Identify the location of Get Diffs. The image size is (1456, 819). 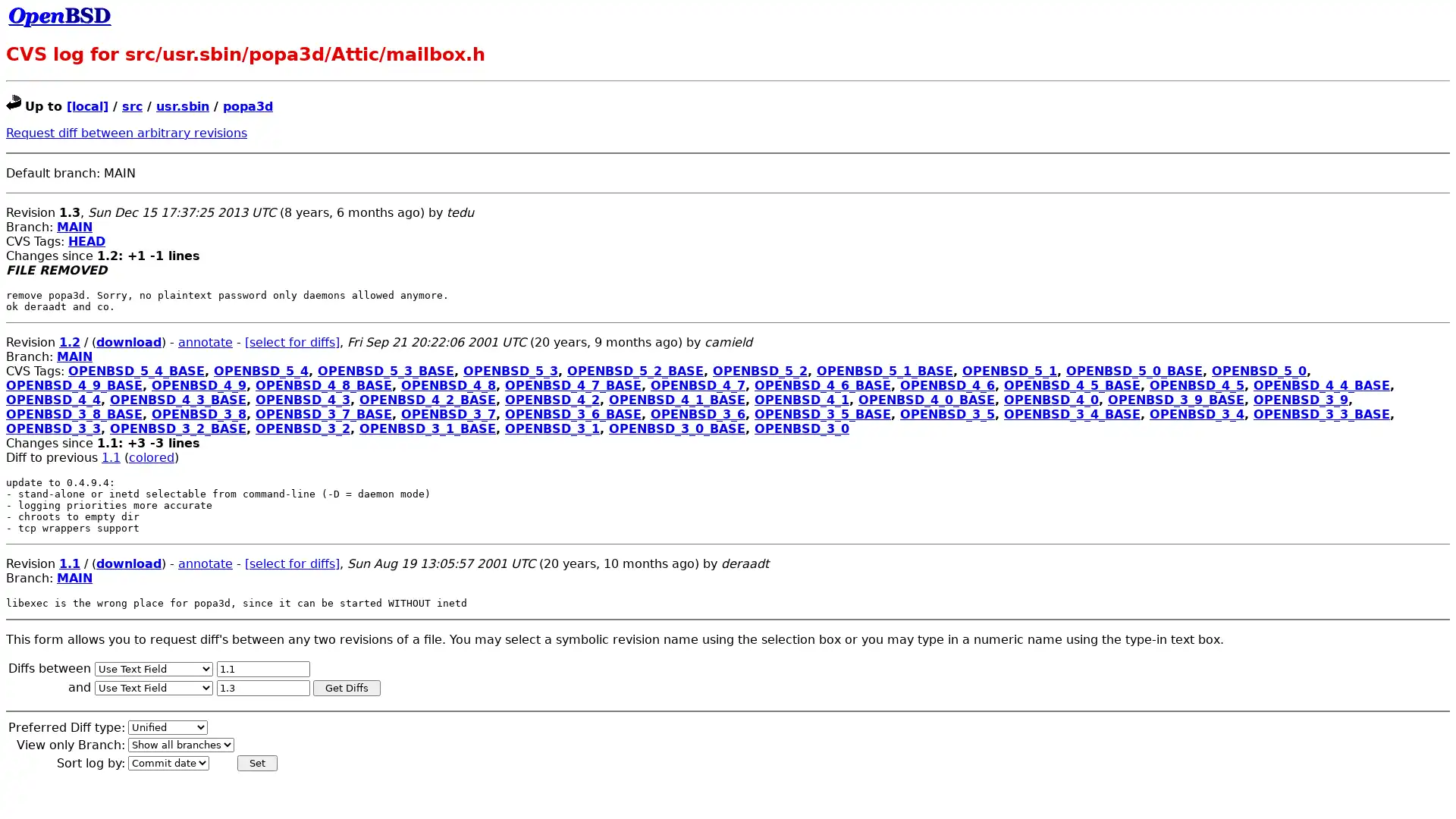
(346, 687).